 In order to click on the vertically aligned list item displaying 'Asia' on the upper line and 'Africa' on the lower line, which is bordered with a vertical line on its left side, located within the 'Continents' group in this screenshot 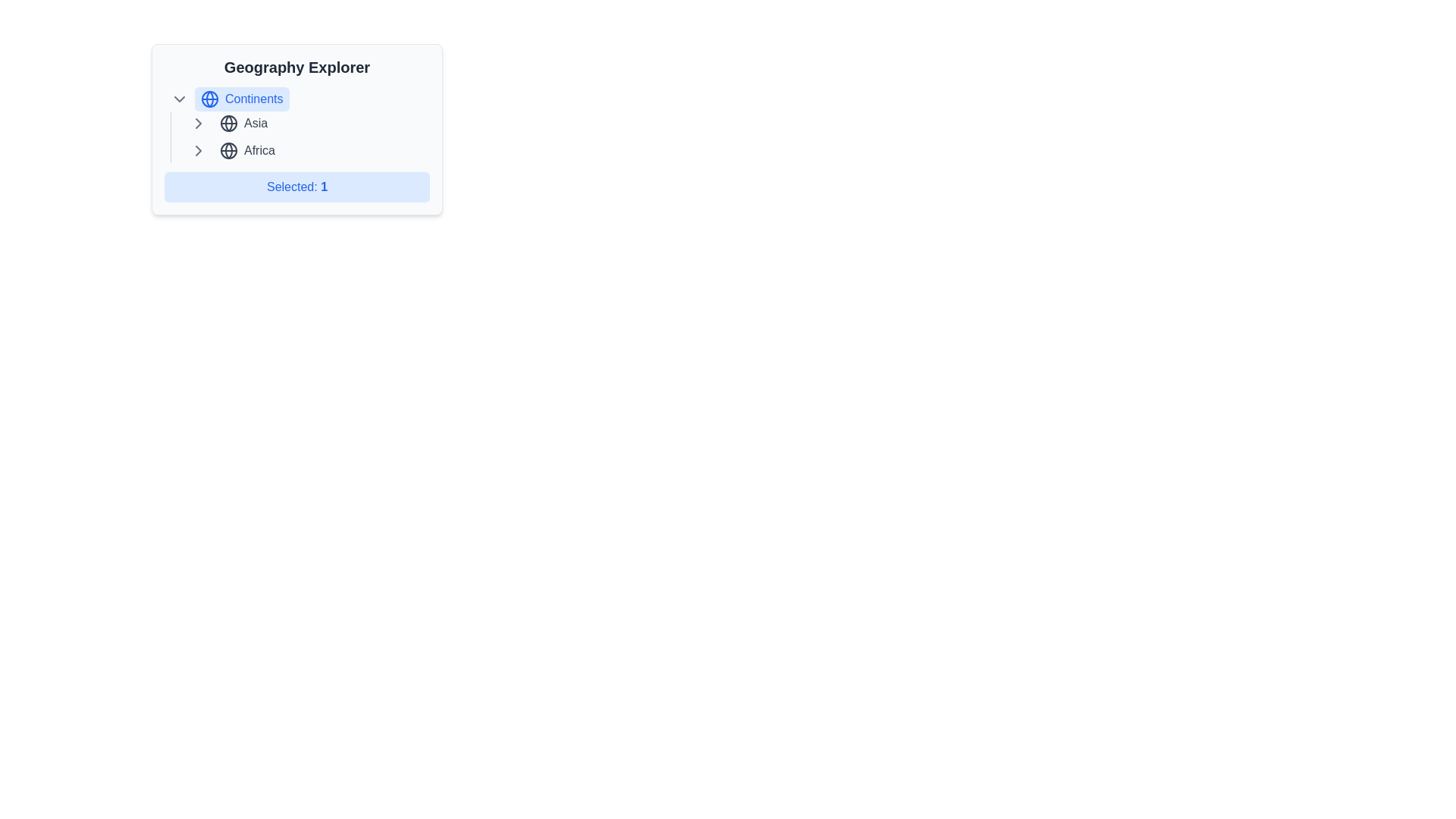, I will do `click(300, 137)`.